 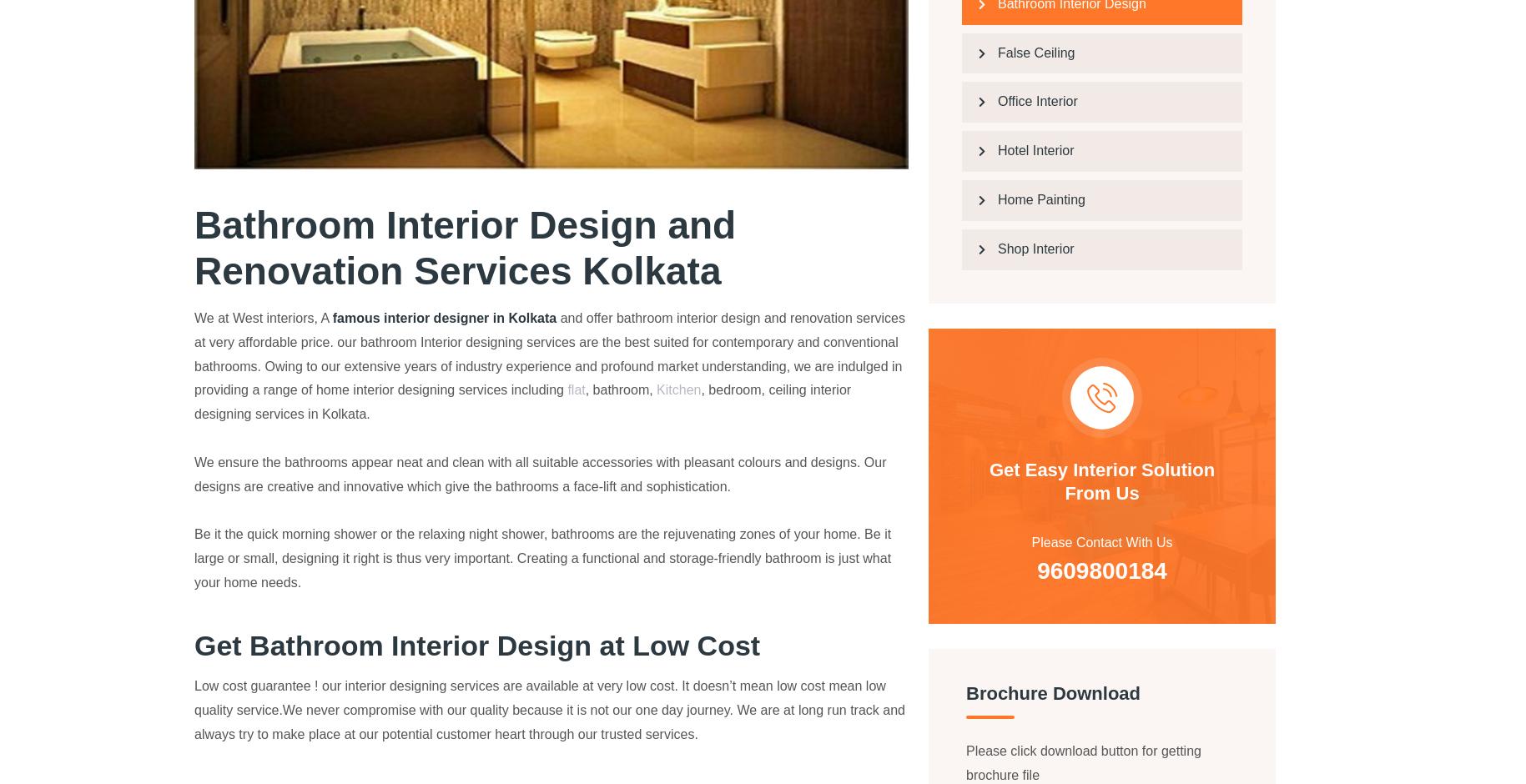 I want to click on 'Kitchen Interior Design', so click(x=837, y=647).